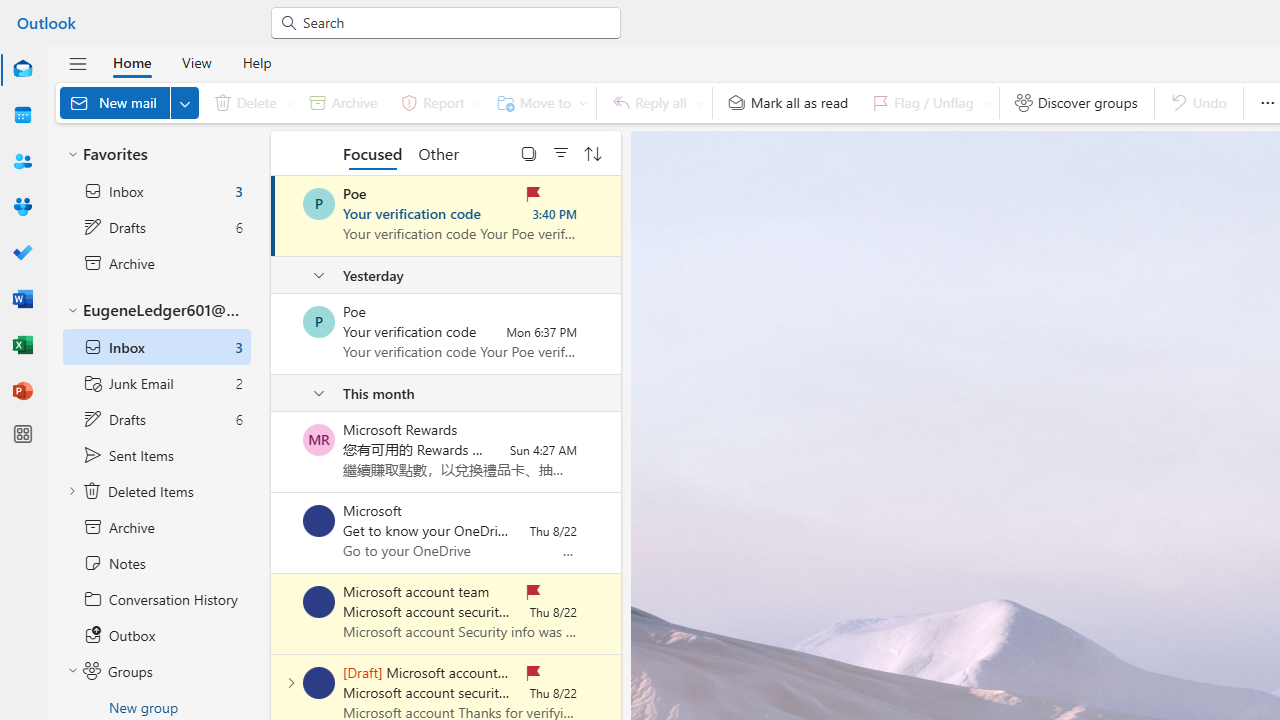  What do you see at coordinates (654, 102) in the screenshot?
I see `'Reply all'` at bounding box center [654, 102].